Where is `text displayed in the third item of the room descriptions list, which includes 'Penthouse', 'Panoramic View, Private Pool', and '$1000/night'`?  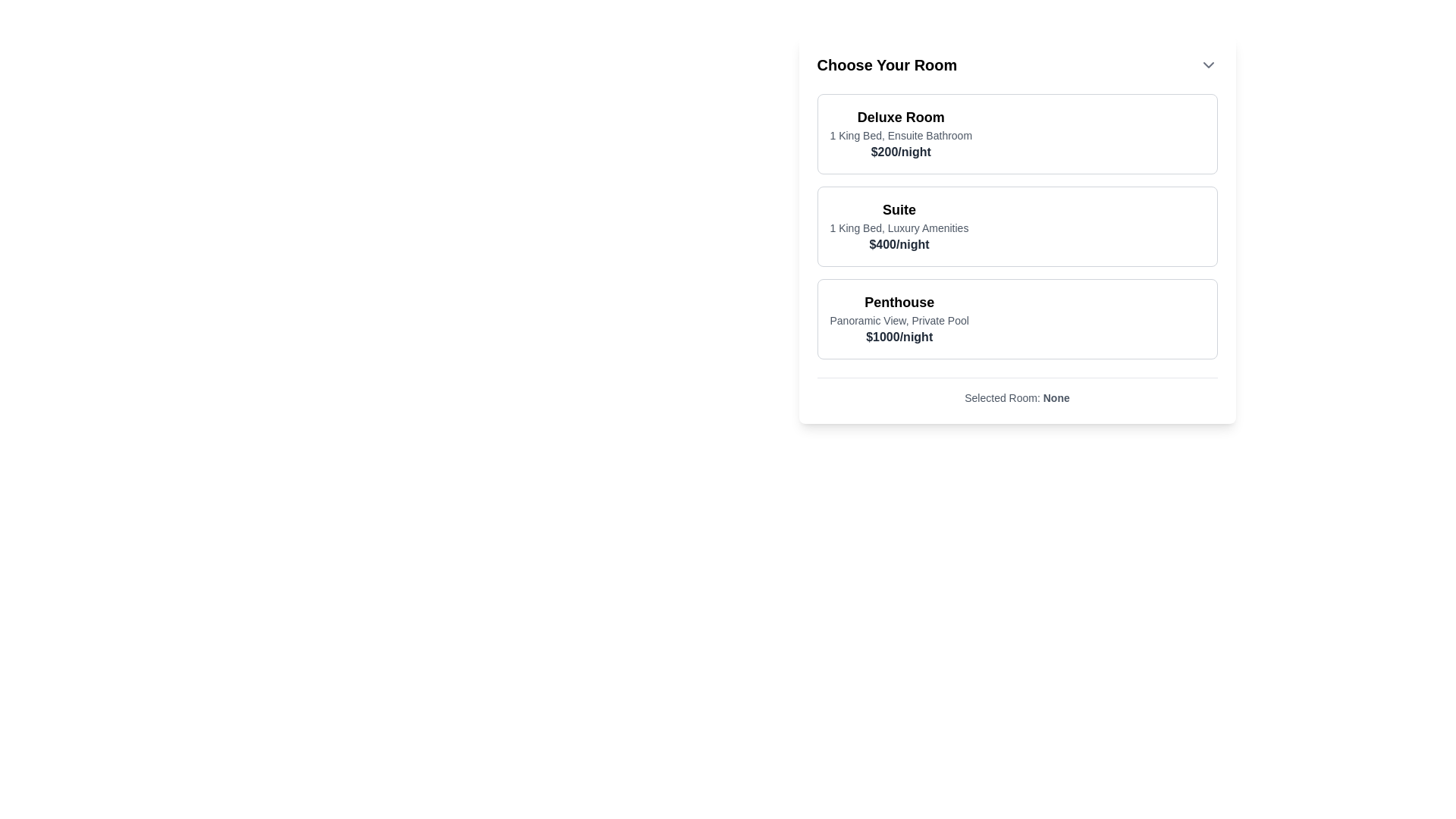 text displayed in the third item of the room descriptions list, which includes 'Penthouse', 'Panoramic View, Private Pool', and '$1000/night' is located at coordinates (899, 318).